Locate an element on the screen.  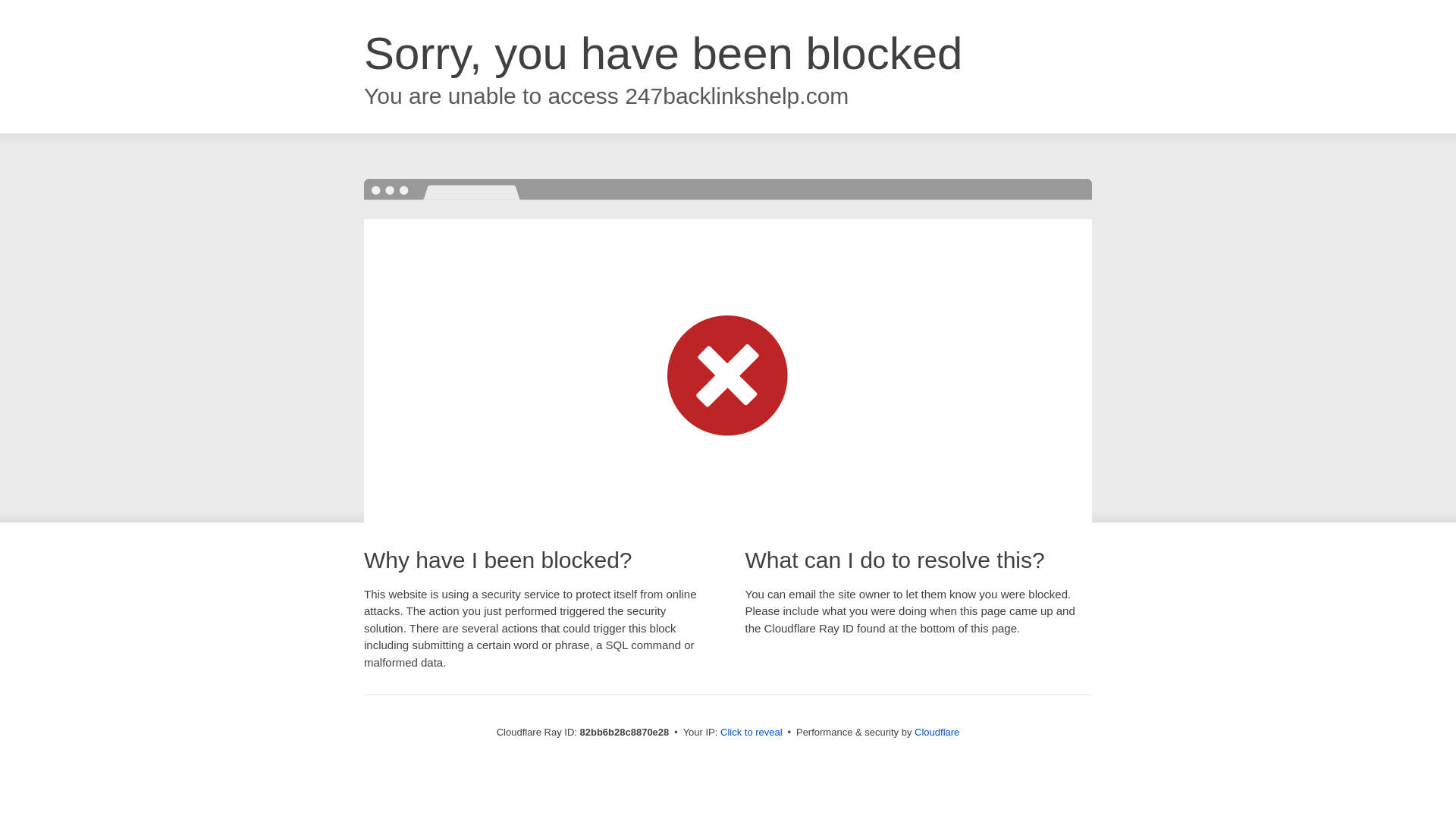
'Cloudflare' is located at coordinates (936, 731).